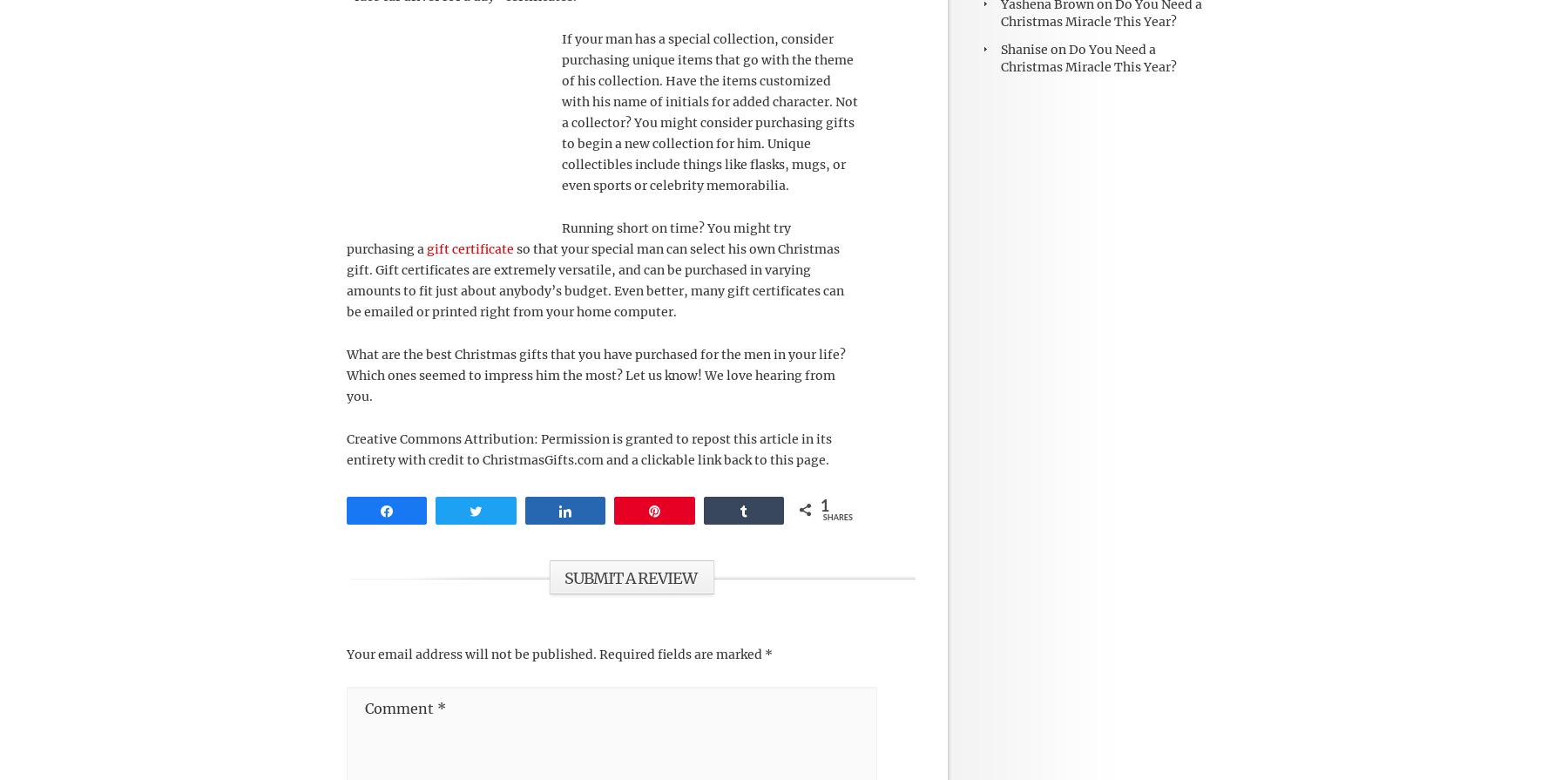  Describe the element at coordinates (629, 576) in the screenshot. I see `'Submit a Review'` at that location.